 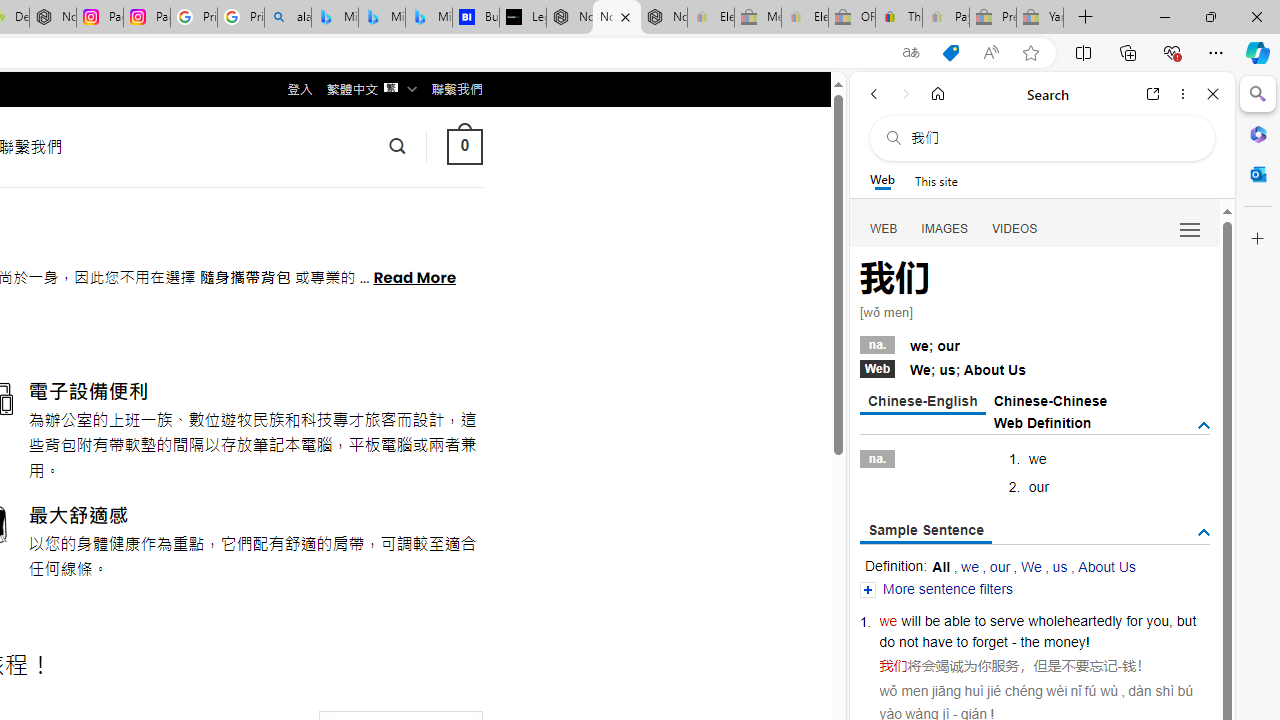 I want to click on 'Forward', so click(x=905, y=93).